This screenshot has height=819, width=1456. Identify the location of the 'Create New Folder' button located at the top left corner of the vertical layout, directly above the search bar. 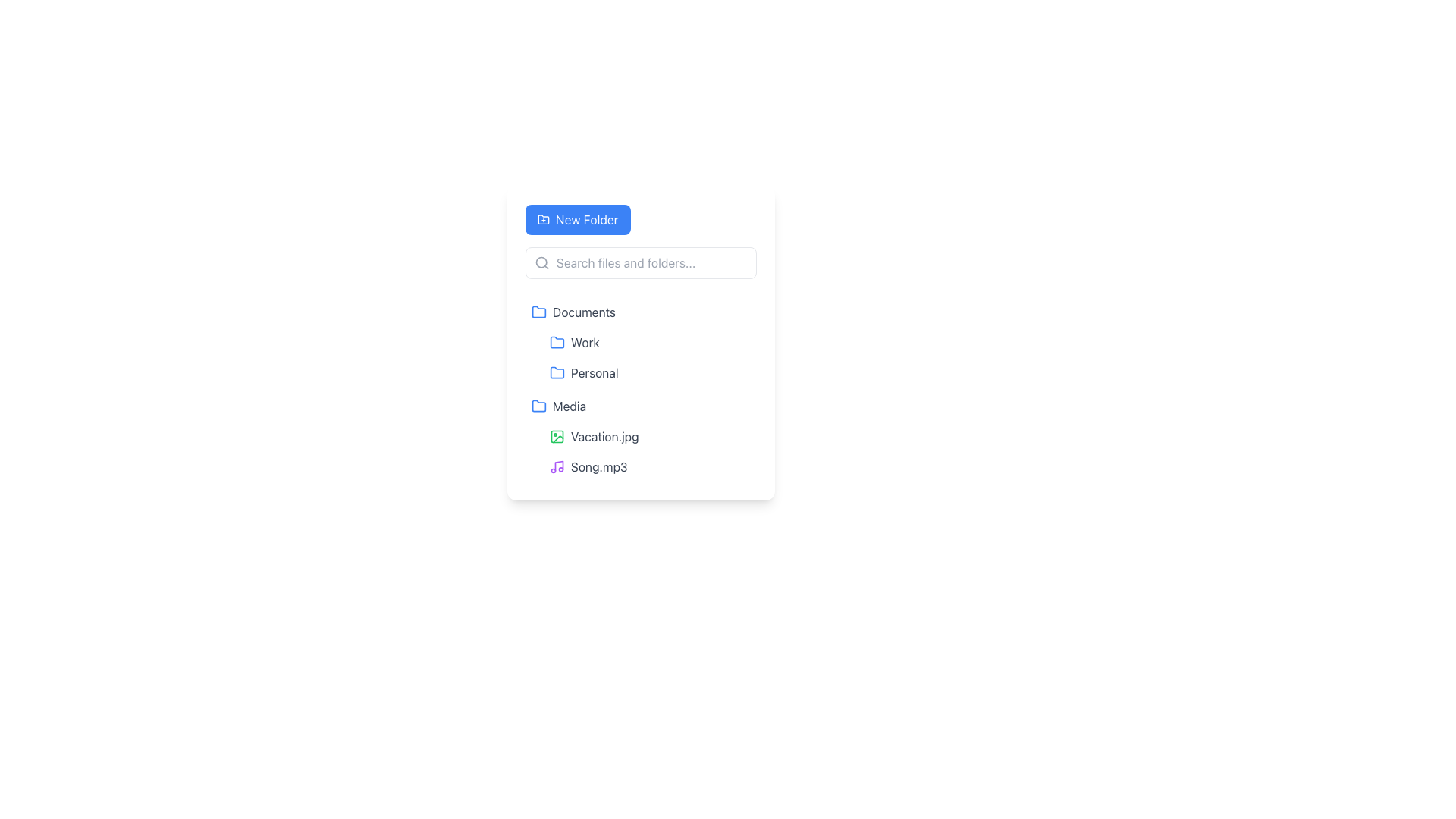
(577, 219).